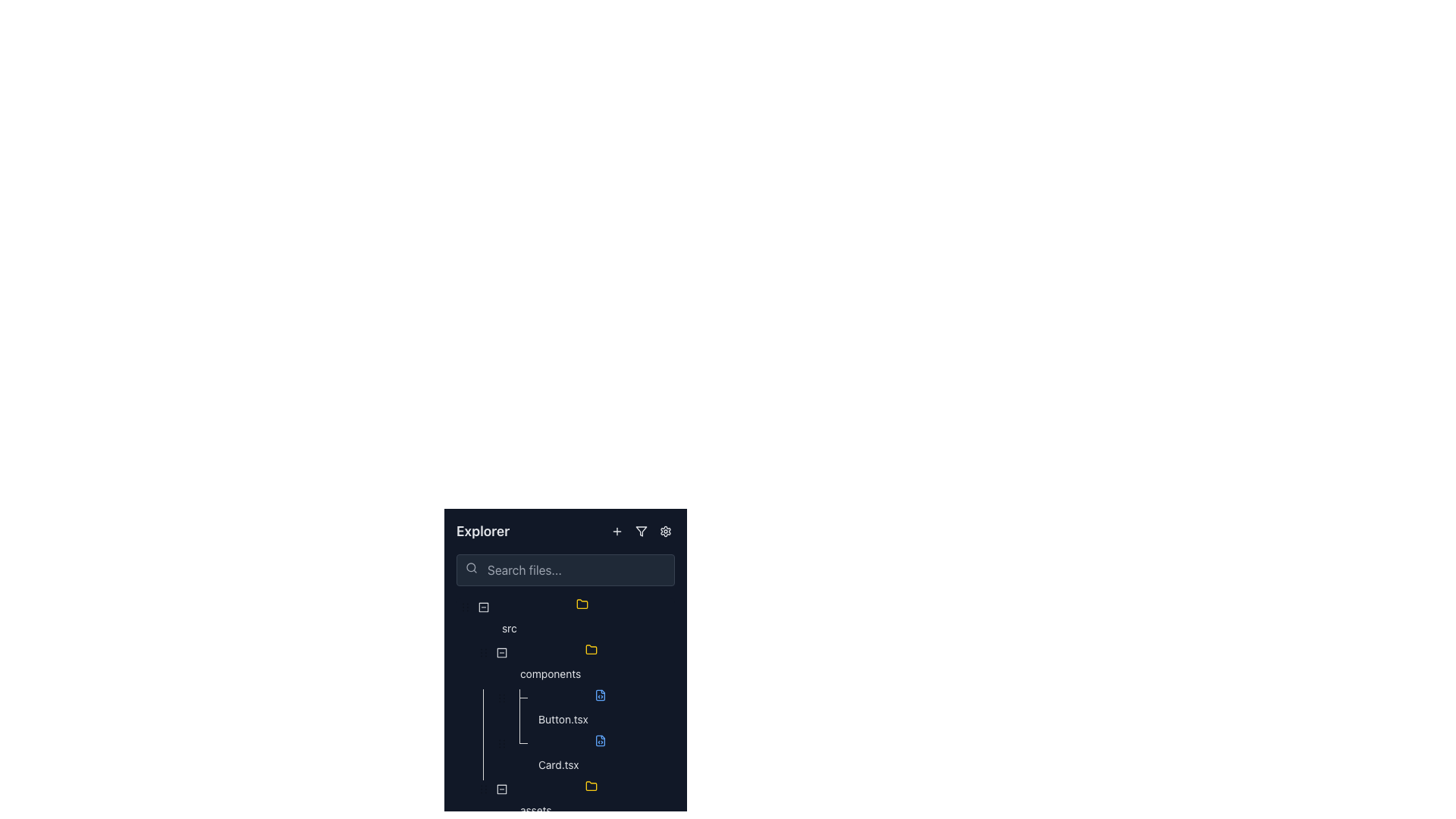 The image size is (1456, 819). I want to click on the small cross-shaped icon in the header section of the sidebar, so click(617, 531).